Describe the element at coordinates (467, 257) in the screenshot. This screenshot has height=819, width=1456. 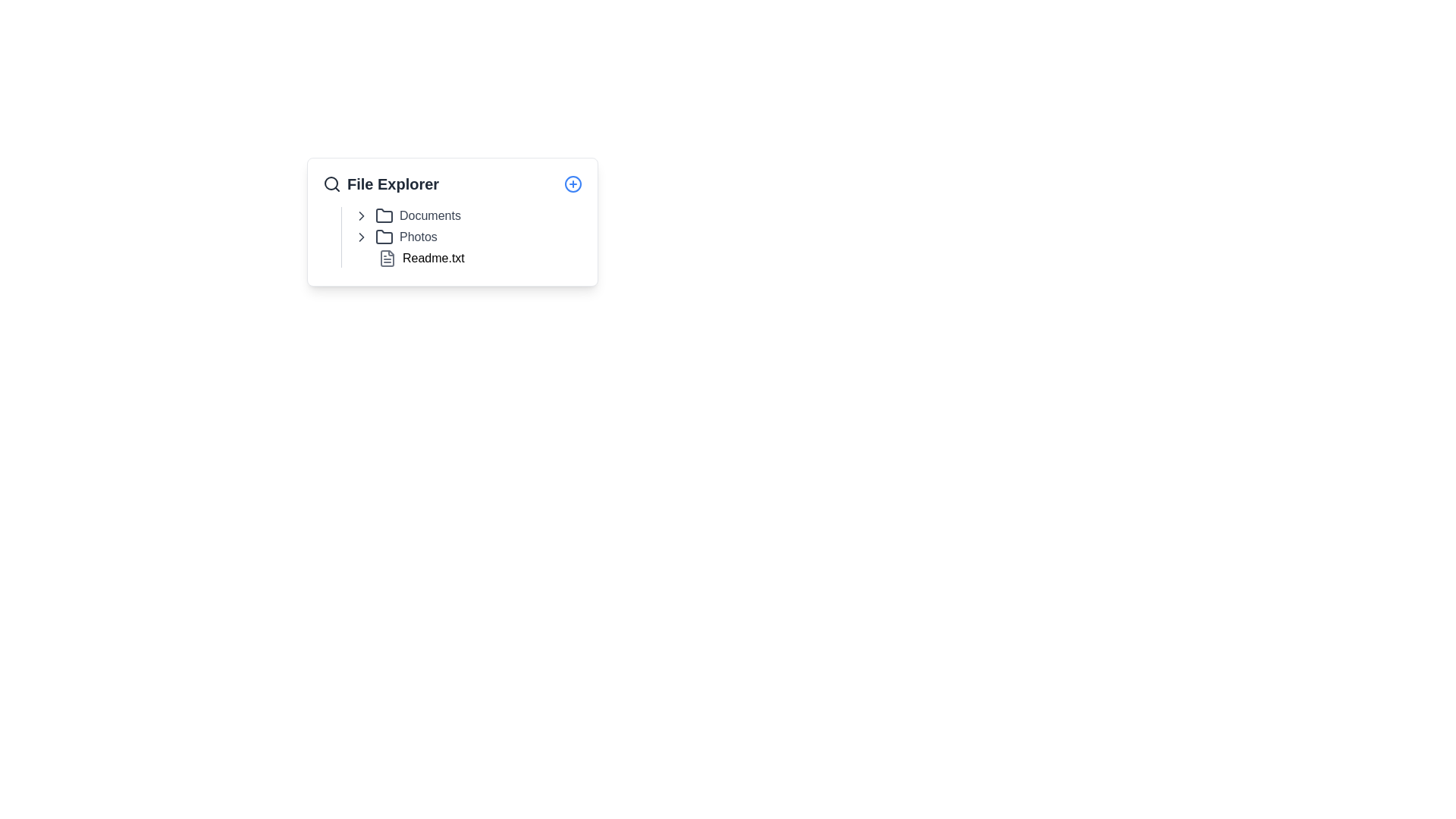
I see `the 'Readme.txt' file in the file explorer` at that location.